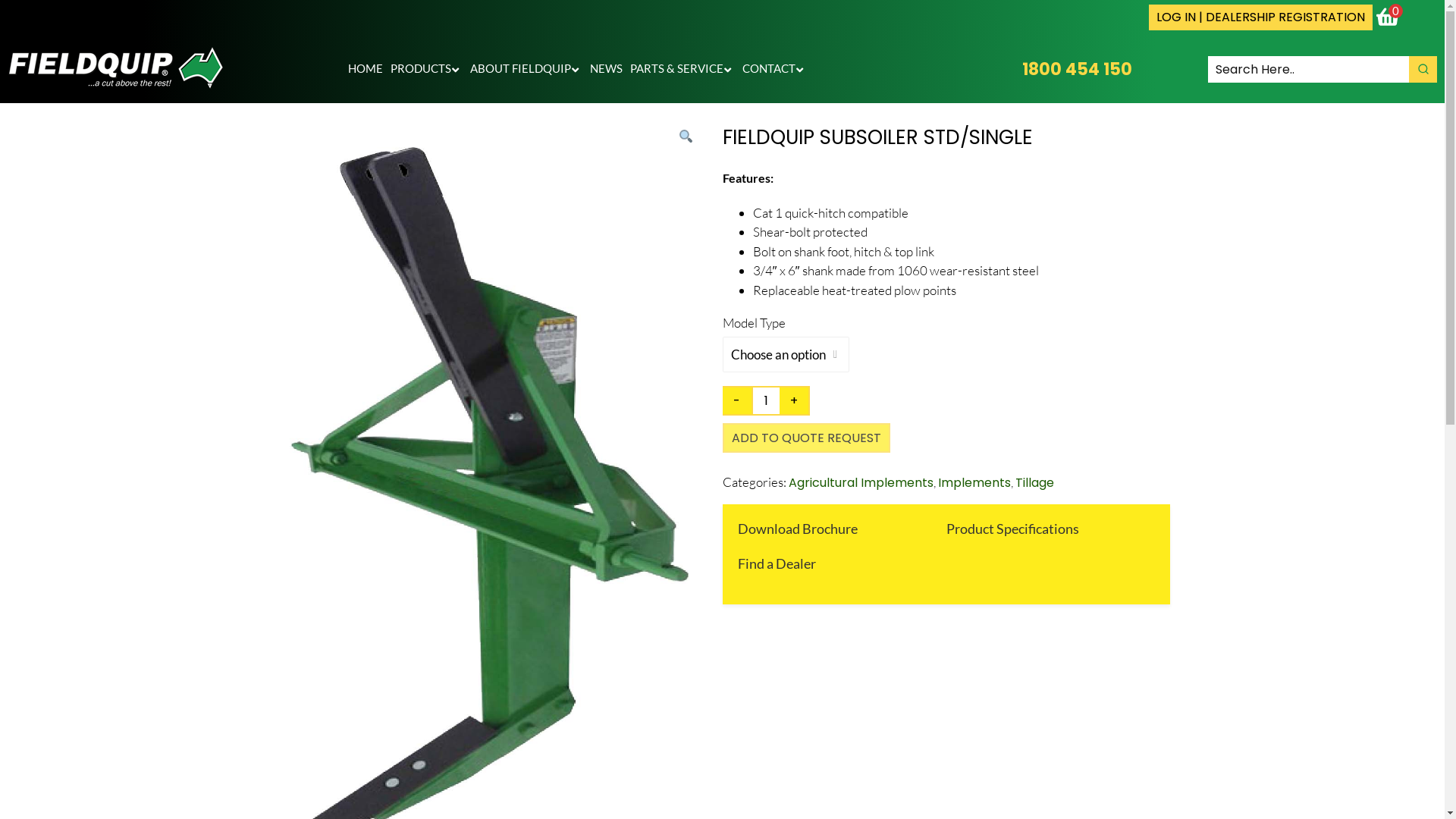 The image size is (1456, 819). Describe the element at coordinates (737, 400) in the screenshot. I see `'-'` at that location.